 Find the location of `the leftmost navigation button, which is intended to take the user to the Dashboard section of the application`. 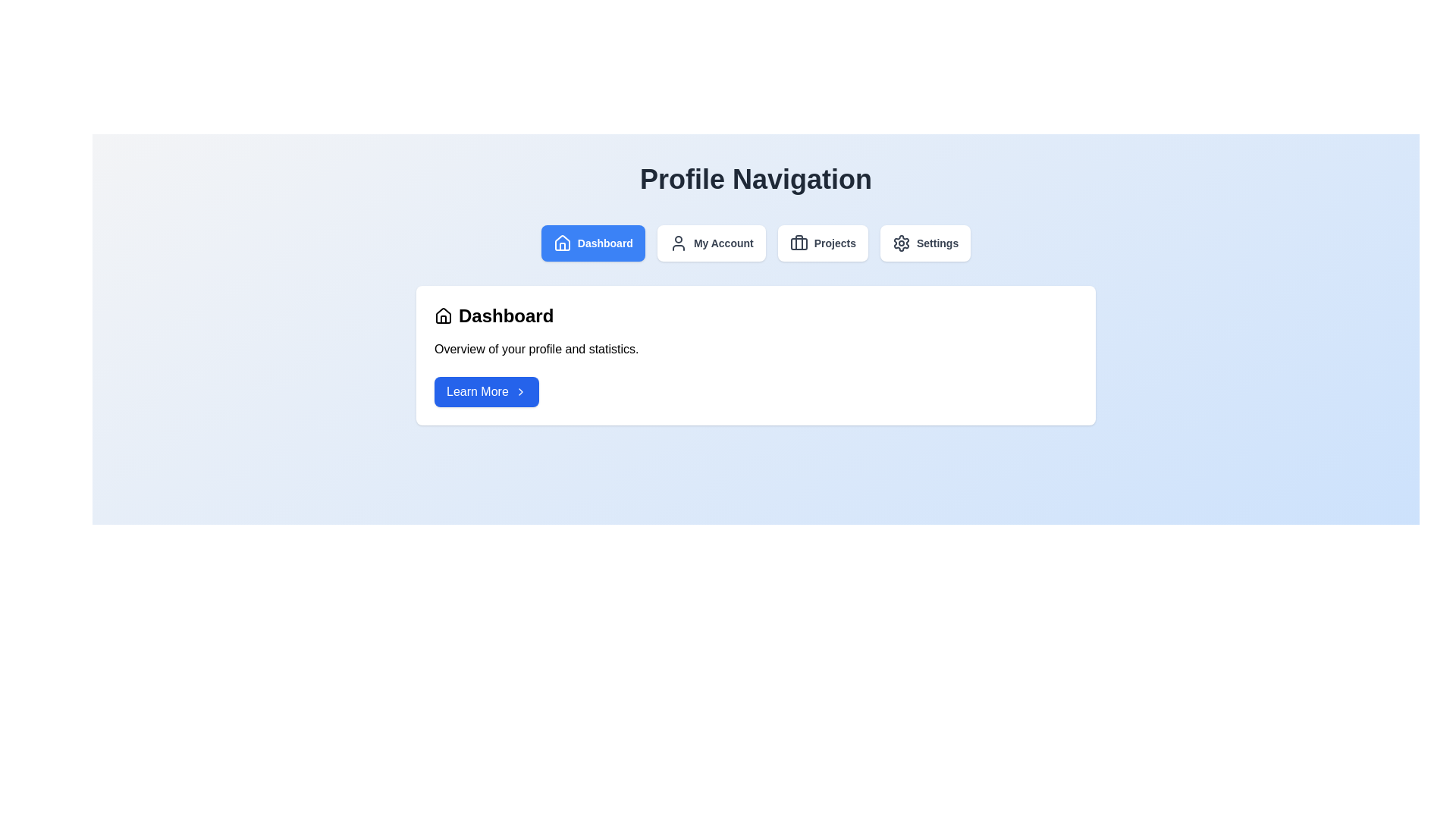

the leftmost navigation button, which is intended to take the user to the Dashboard section of the application is located at coordinates (592, 242).